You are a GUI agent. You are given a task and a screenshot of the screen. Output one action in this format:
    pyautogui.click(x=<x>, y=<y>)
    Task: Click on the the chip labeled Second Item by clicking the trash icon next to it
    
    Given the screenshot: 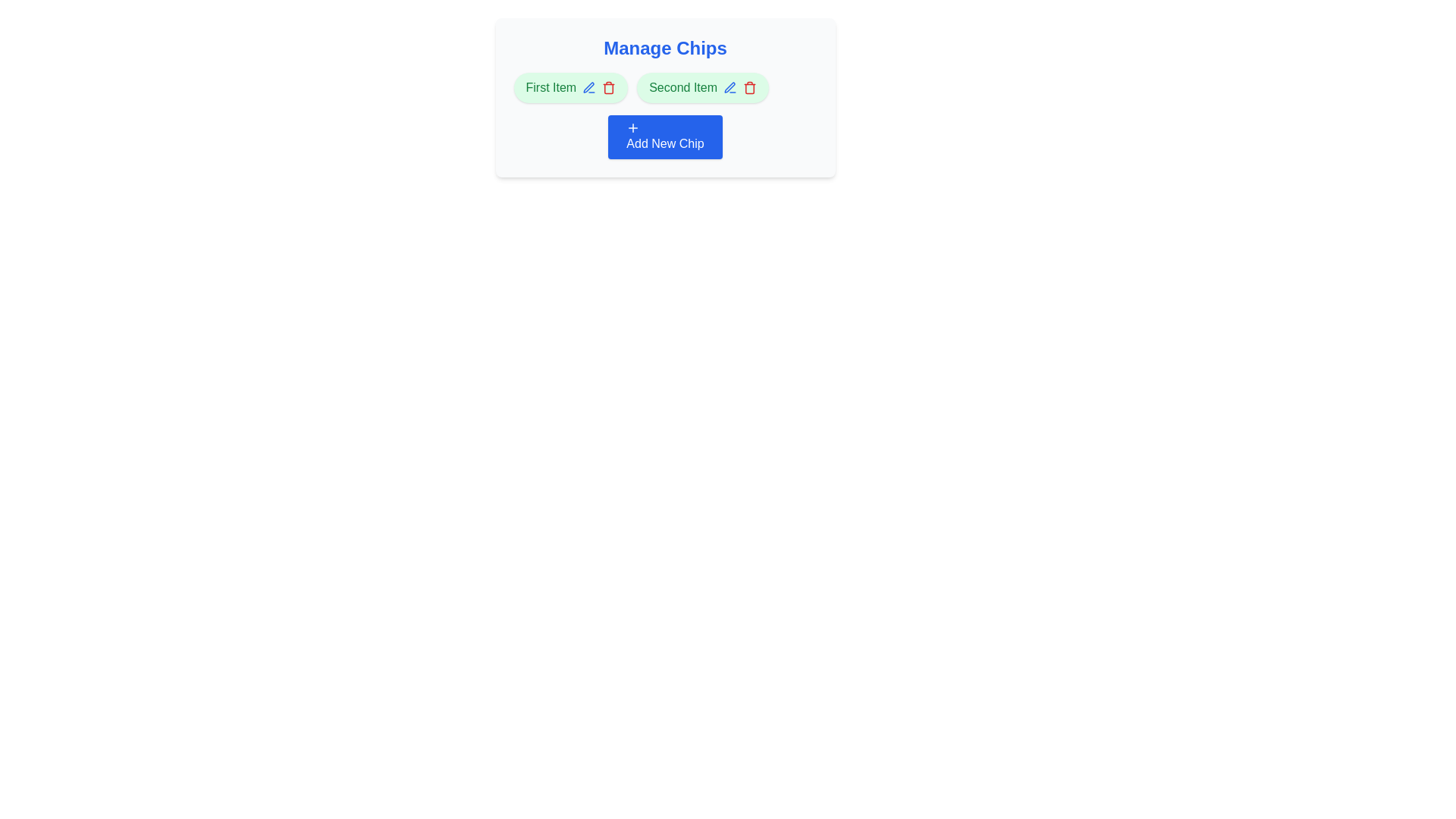 What is the action you would take?
    pyautogui.click(x=749, y=87)
    